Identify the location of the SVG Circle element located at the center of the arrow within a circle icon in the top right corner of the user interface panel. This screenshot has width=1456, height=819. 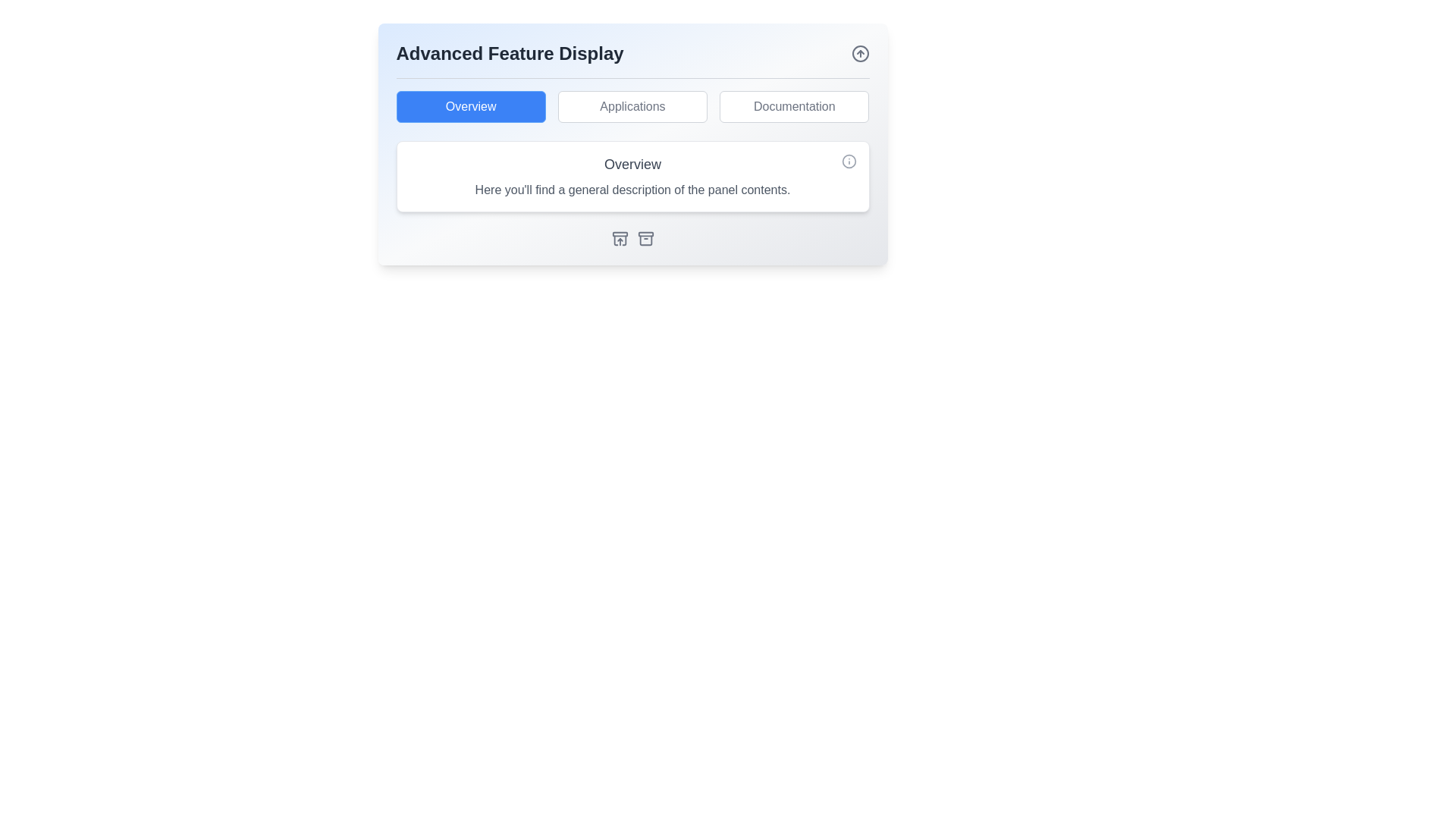
(860, 52).